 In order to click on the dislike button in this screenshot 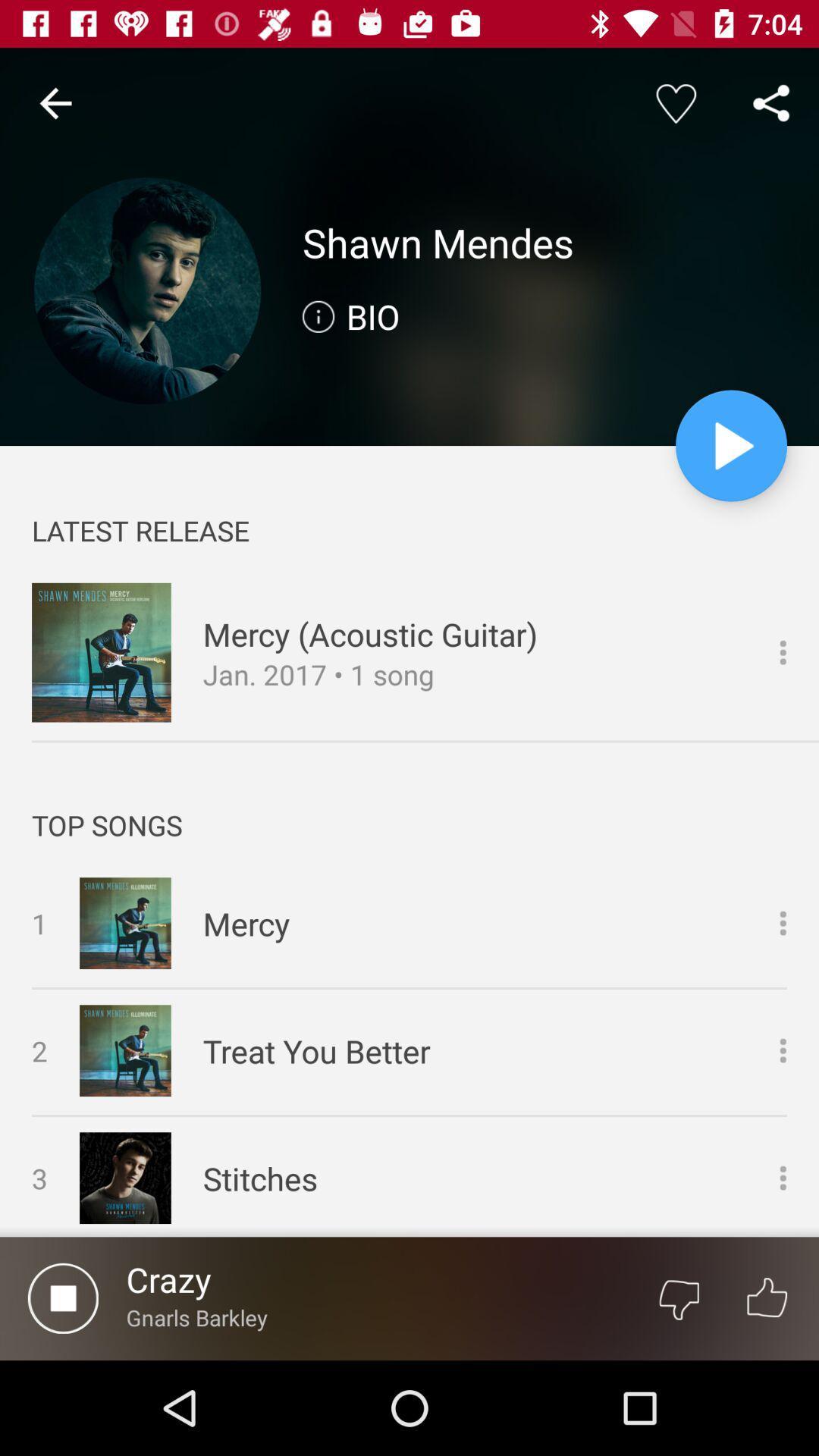, I will do `click(678, 1298)`.